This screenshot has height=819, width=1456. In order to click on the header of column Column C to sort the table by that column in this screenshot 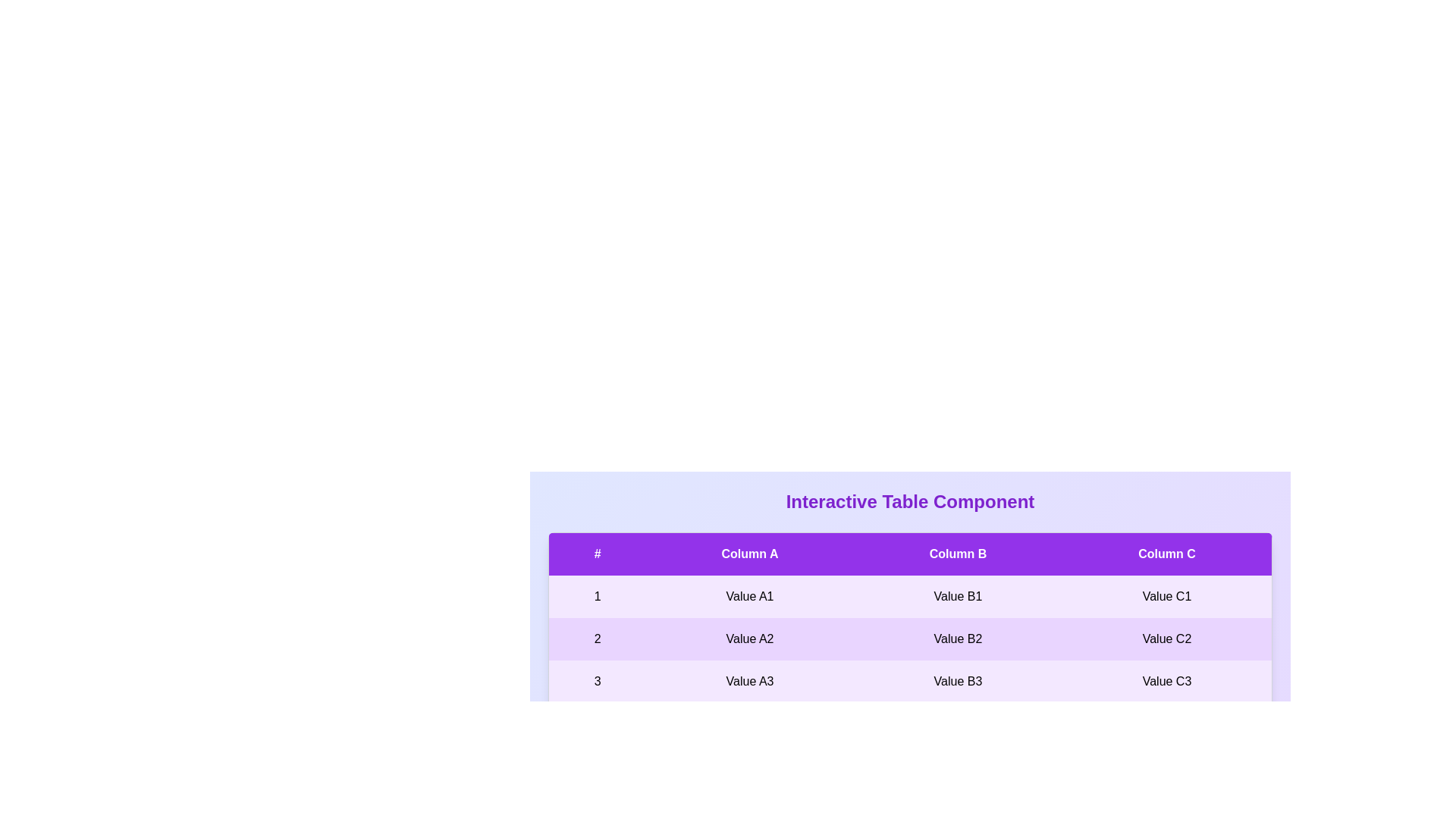, I will do `click(1166, 554)`.